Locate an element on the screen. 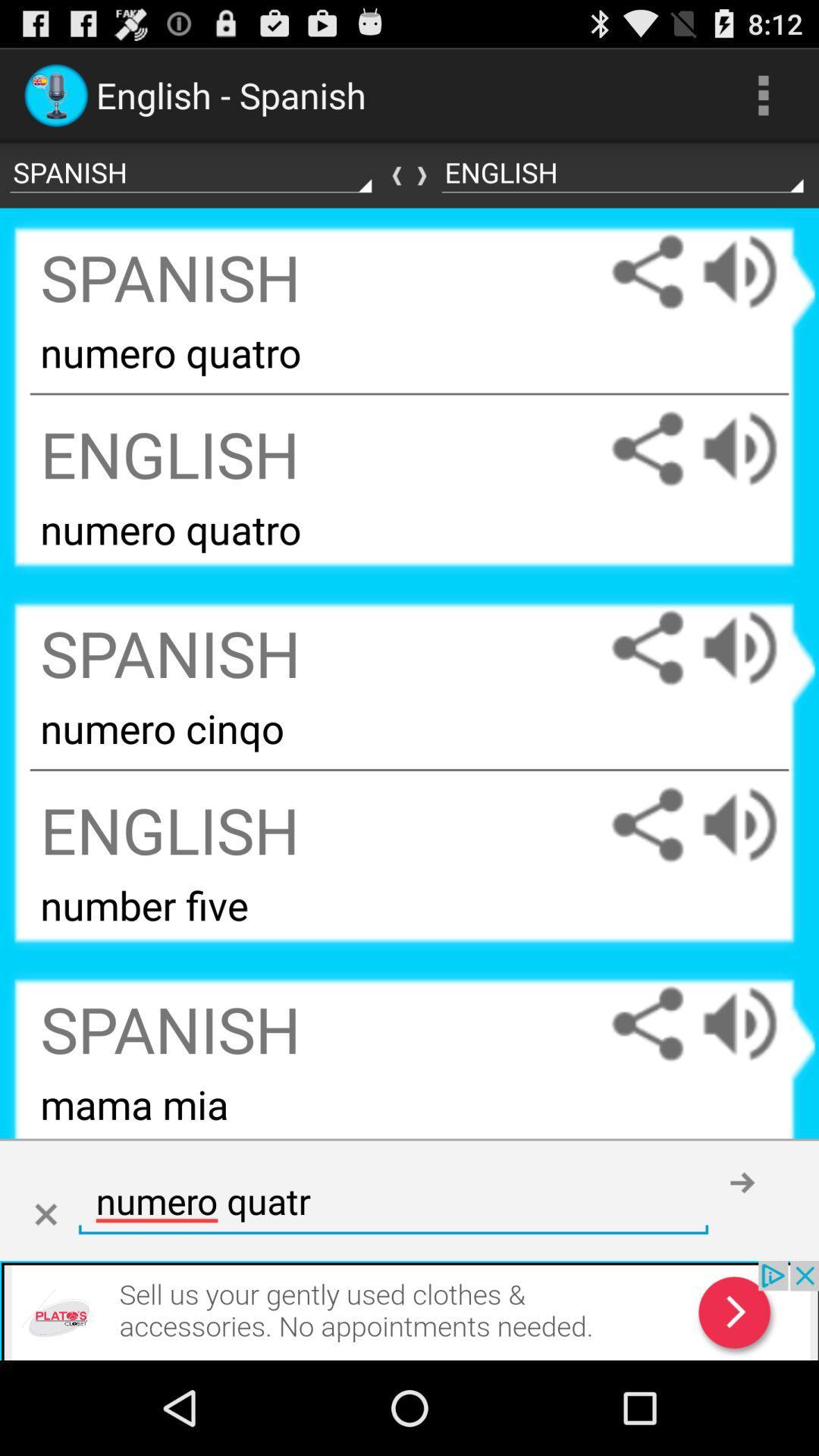 This screenshot has height=1456, width=819. the close icon is located at coordinates (45, 1299).